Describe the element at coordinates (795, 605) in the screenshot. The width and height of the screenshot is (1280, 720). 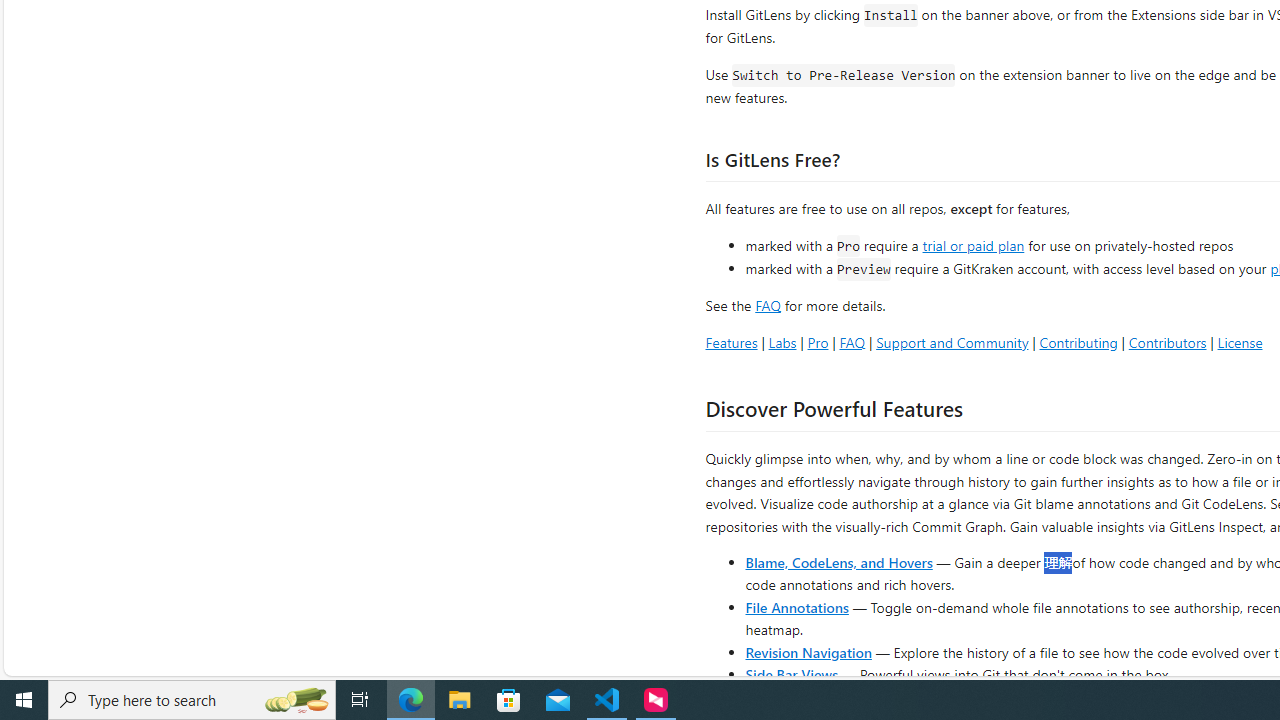
I see `'File Annotations'` at that location.